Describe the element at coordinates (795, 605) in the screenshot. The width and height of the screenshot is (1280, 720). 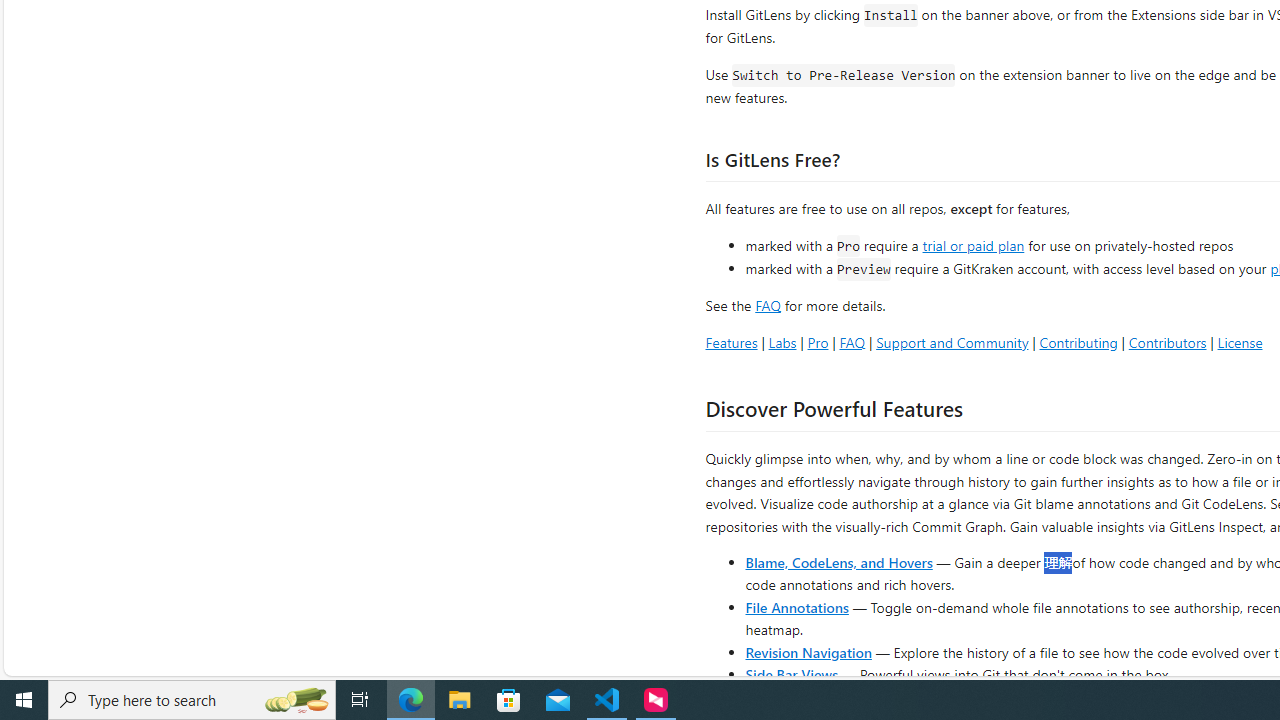
I see `'File Annotations'` at that location.